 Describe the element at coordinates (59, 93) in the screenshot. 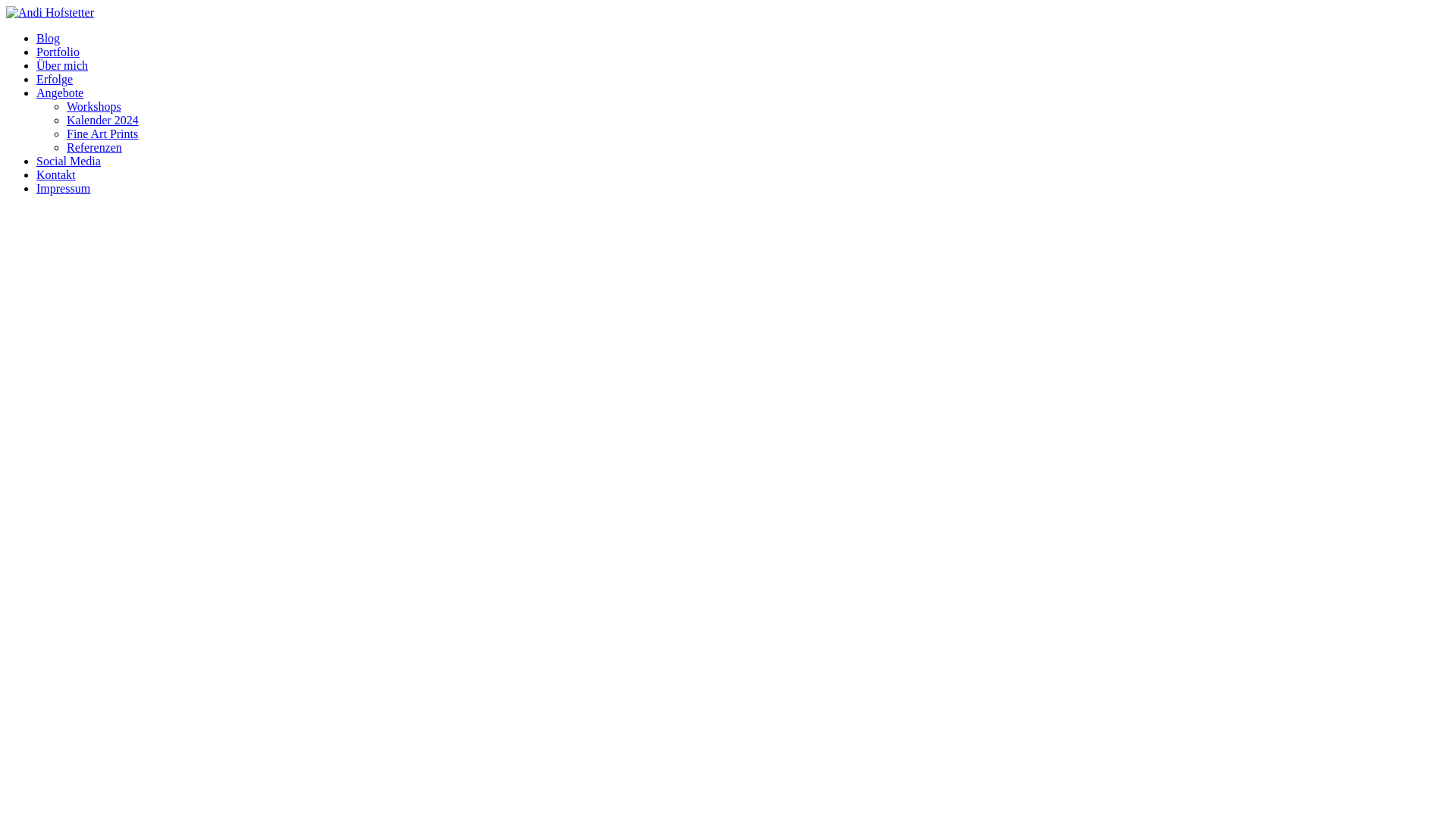

I see `'Angebote'` at that location.